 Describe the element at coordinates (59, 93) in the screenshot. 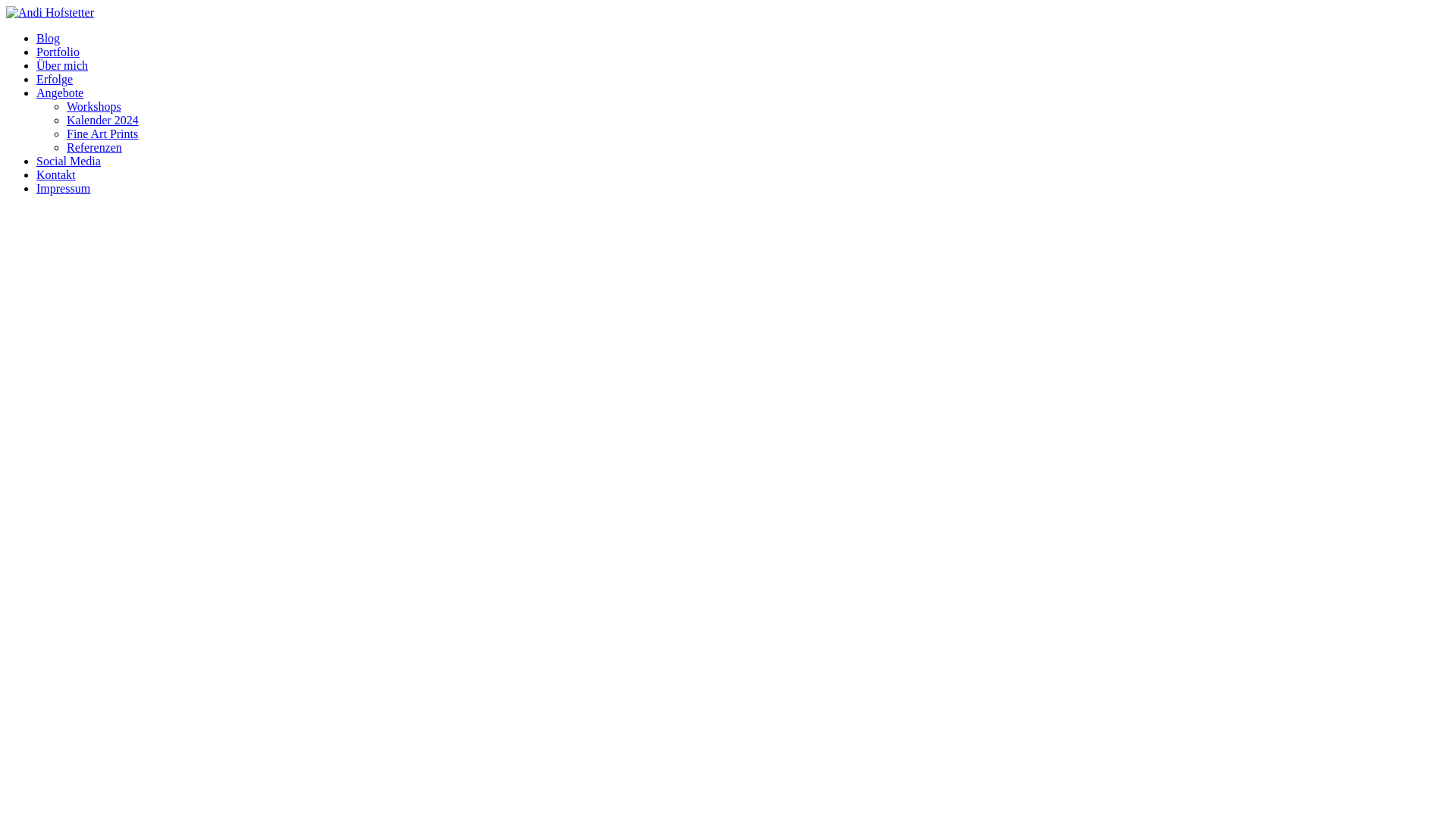

I see `'Angebote'` at that location.